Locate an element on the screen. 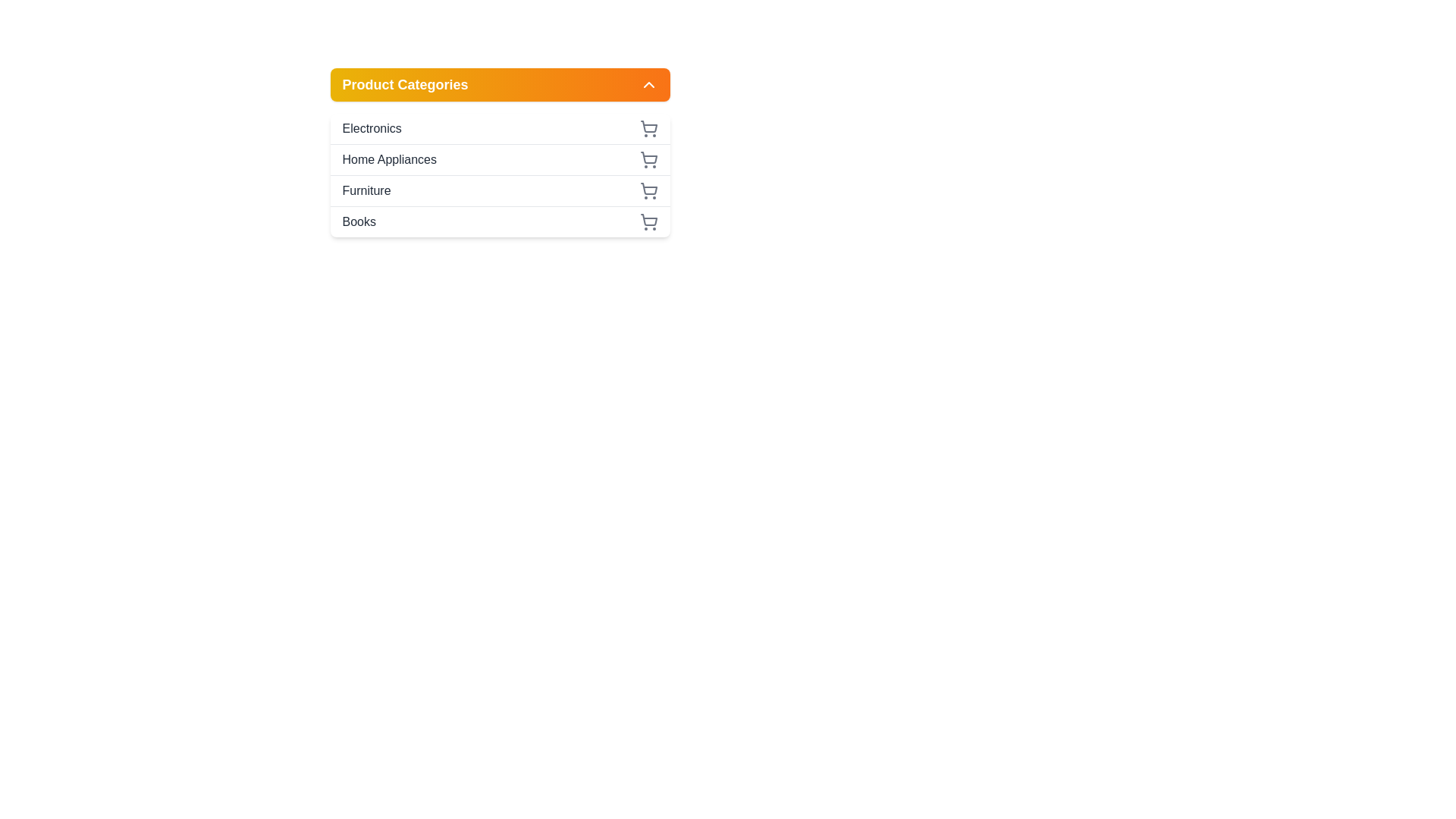 The width and height of the screenshot is (1456, 819). the static text label indicating the category title 'Furniture', which is the third item in a vertical list of category labels is located at coordinates (366, 190).